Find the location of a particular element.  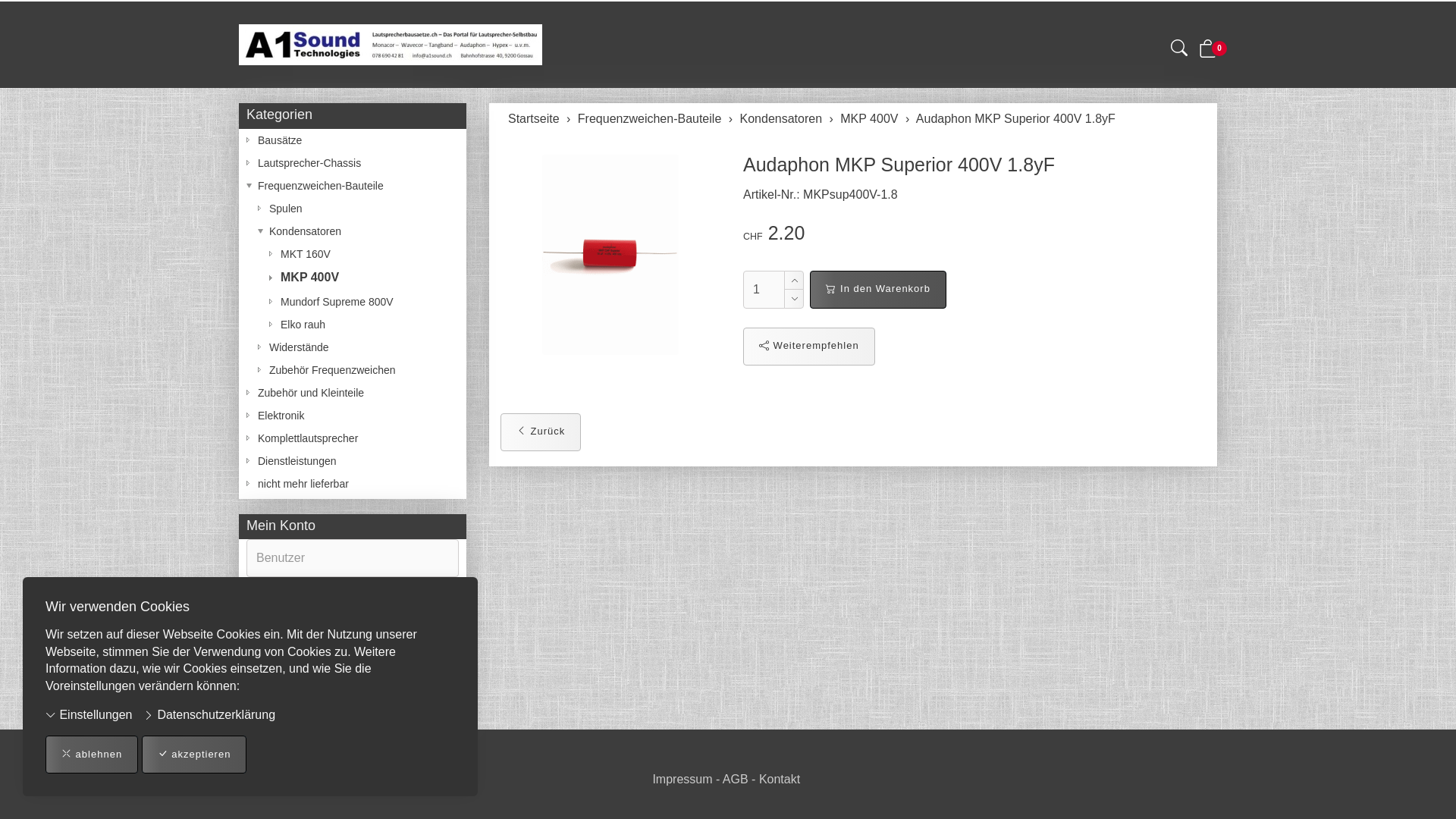

'akzeptieren' is located at coordinates (193, 755).